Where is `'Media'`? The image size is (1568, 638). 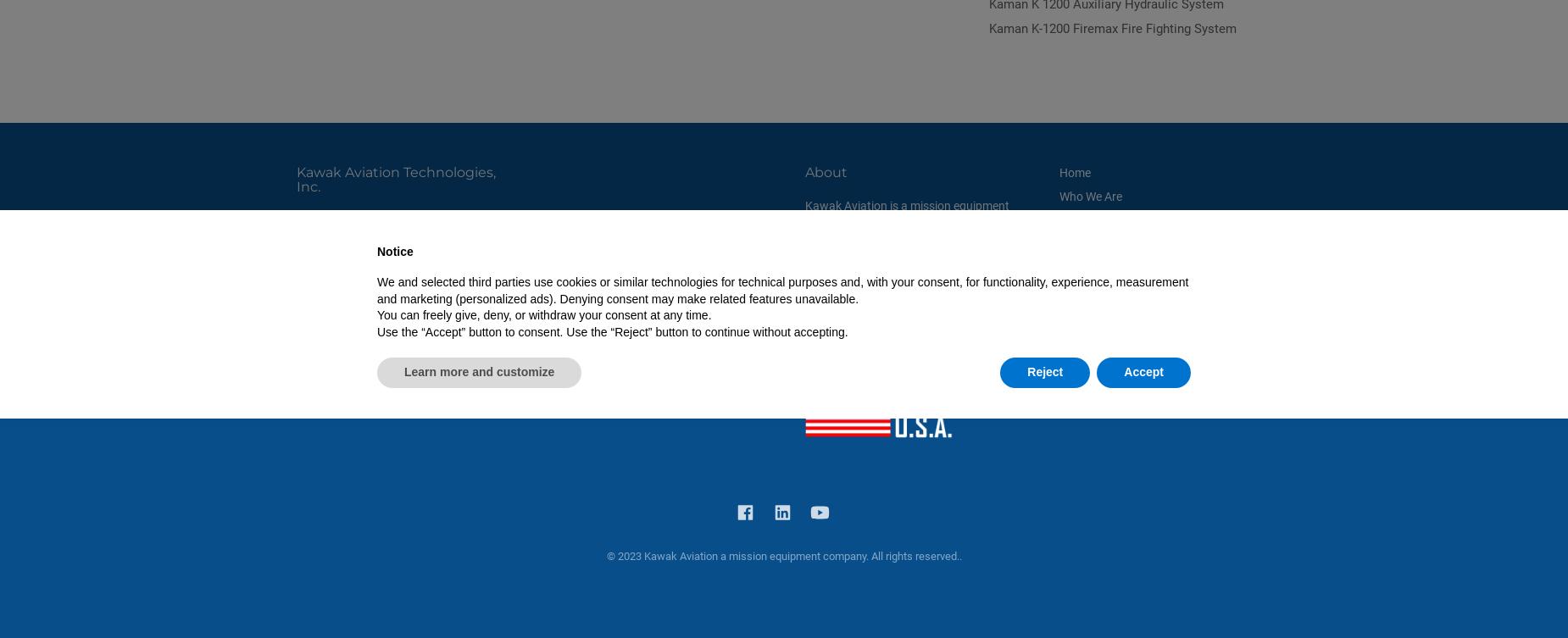 'Media' is located at coordinates (1074, 247).